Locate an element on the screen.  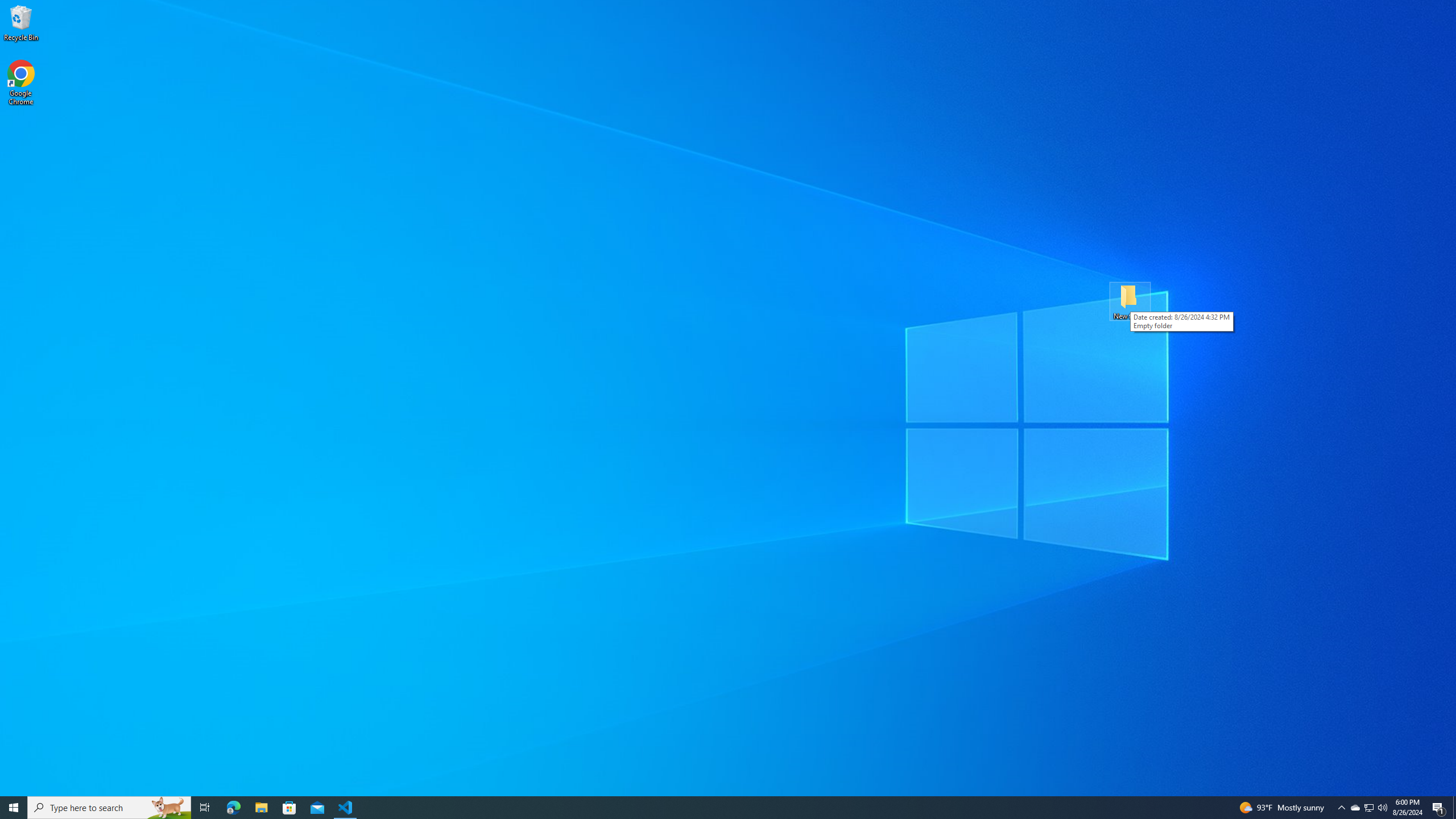
'New folder' is located at coordinates (1130, 300).